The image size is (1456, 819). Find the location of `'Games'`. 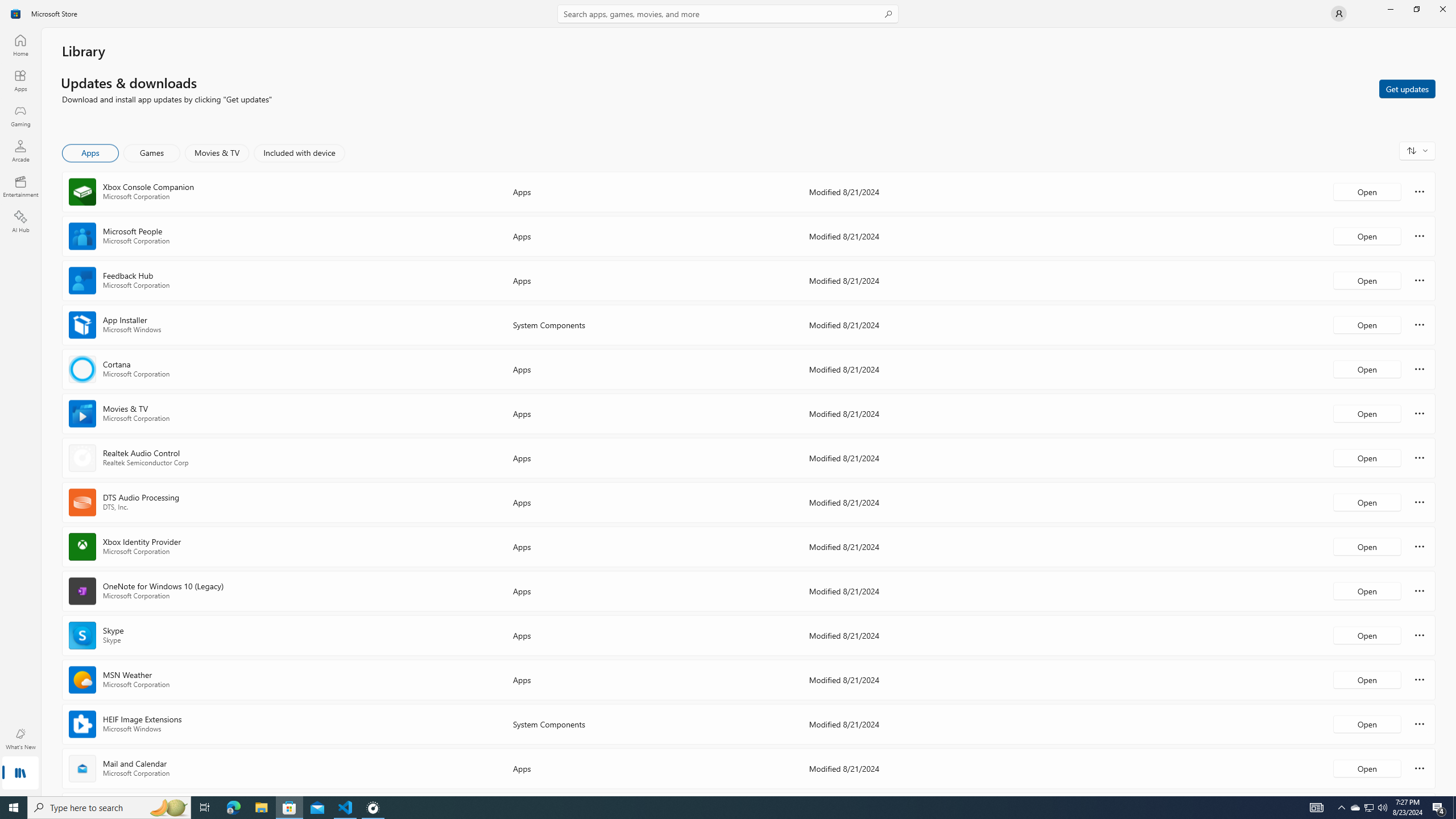

'Games' is located at coordinates (151, 152).